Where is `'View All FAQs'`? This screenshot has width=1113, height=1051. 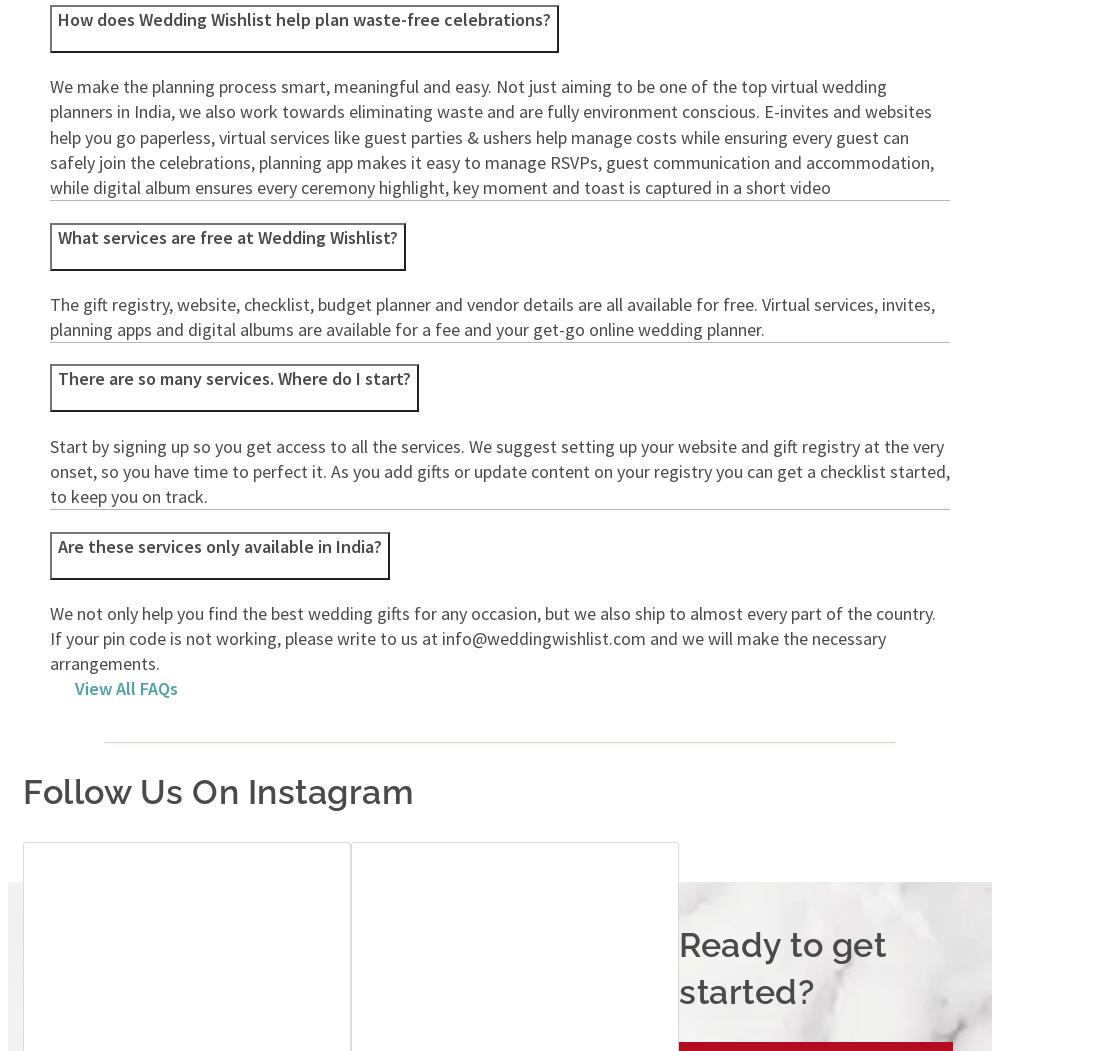 'View All FAQs' is located at coordinates (125, 687).